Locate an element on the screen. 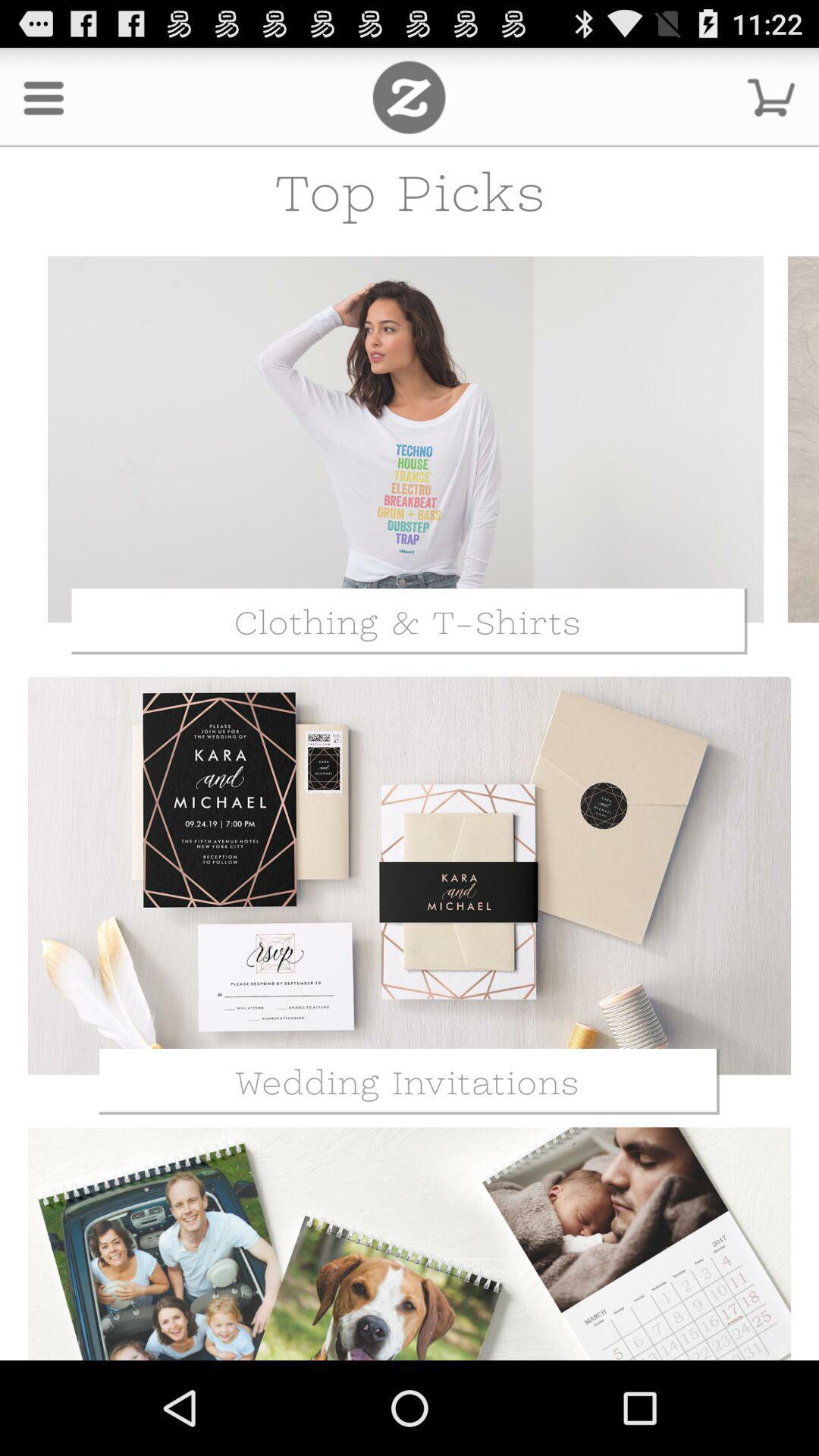 This screenshot has height=1456, width=819. main menu is located at coordinates (408, 96).